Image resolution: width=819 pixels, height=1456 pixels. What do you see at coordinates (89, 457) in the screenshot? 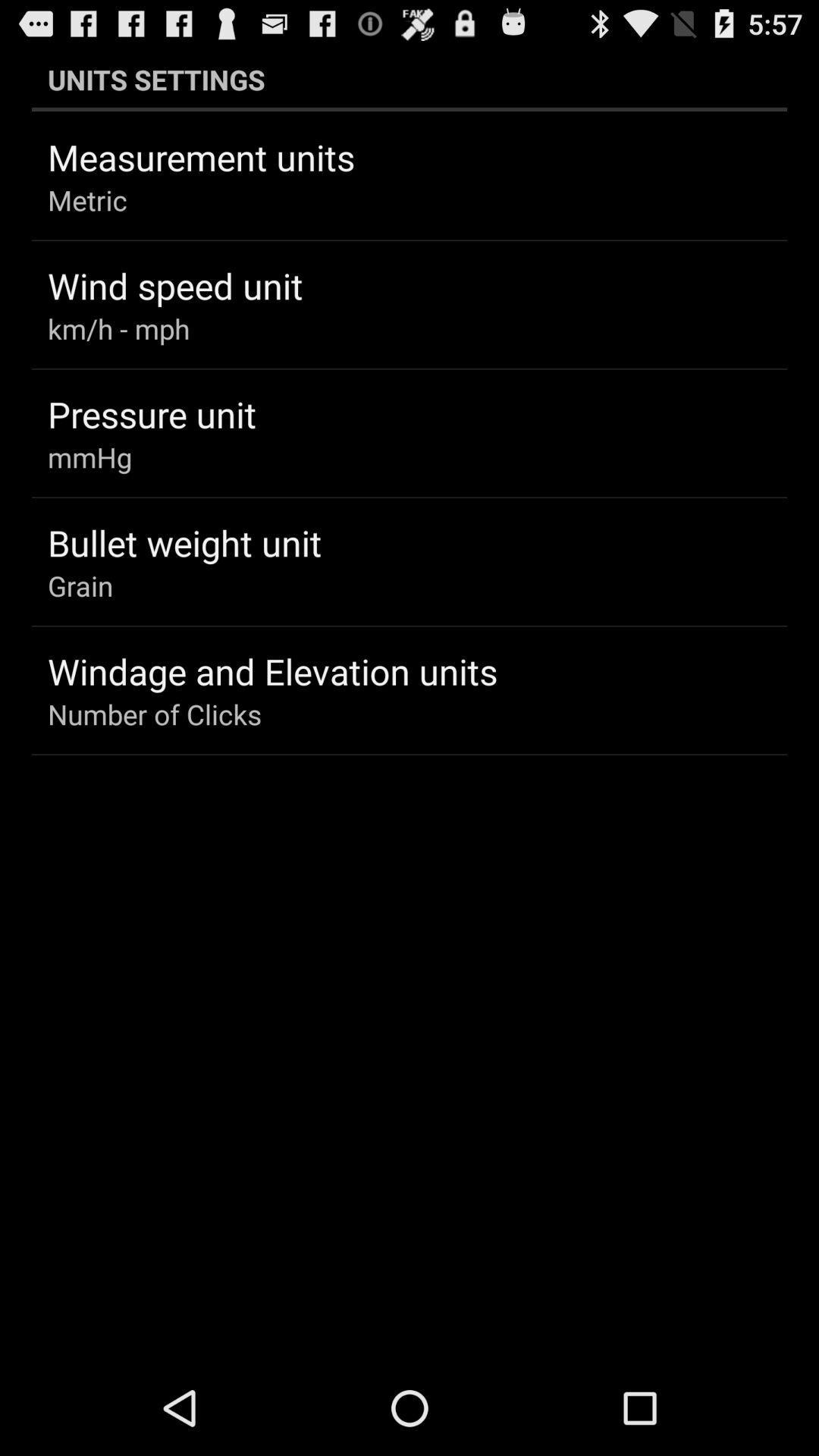
I see `mmhg app` at bounding box center [89, 457].